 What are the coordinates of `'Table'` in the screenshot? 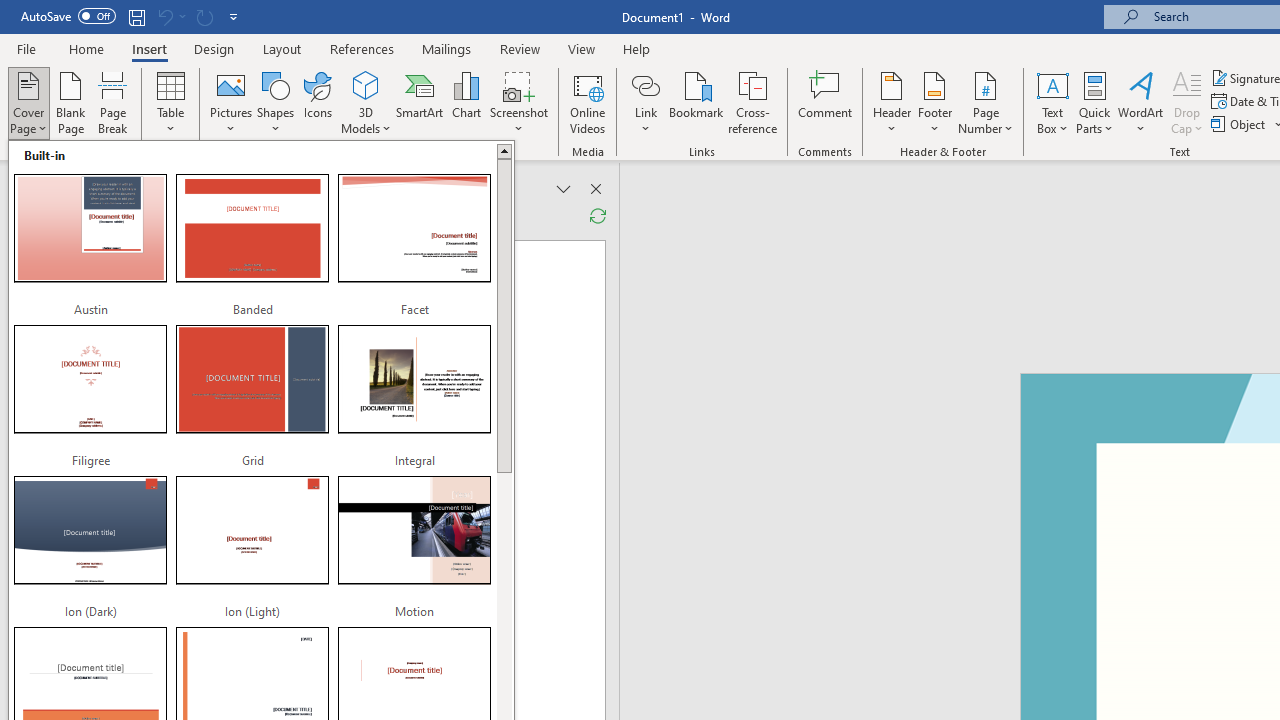 It's located at (170, 103).